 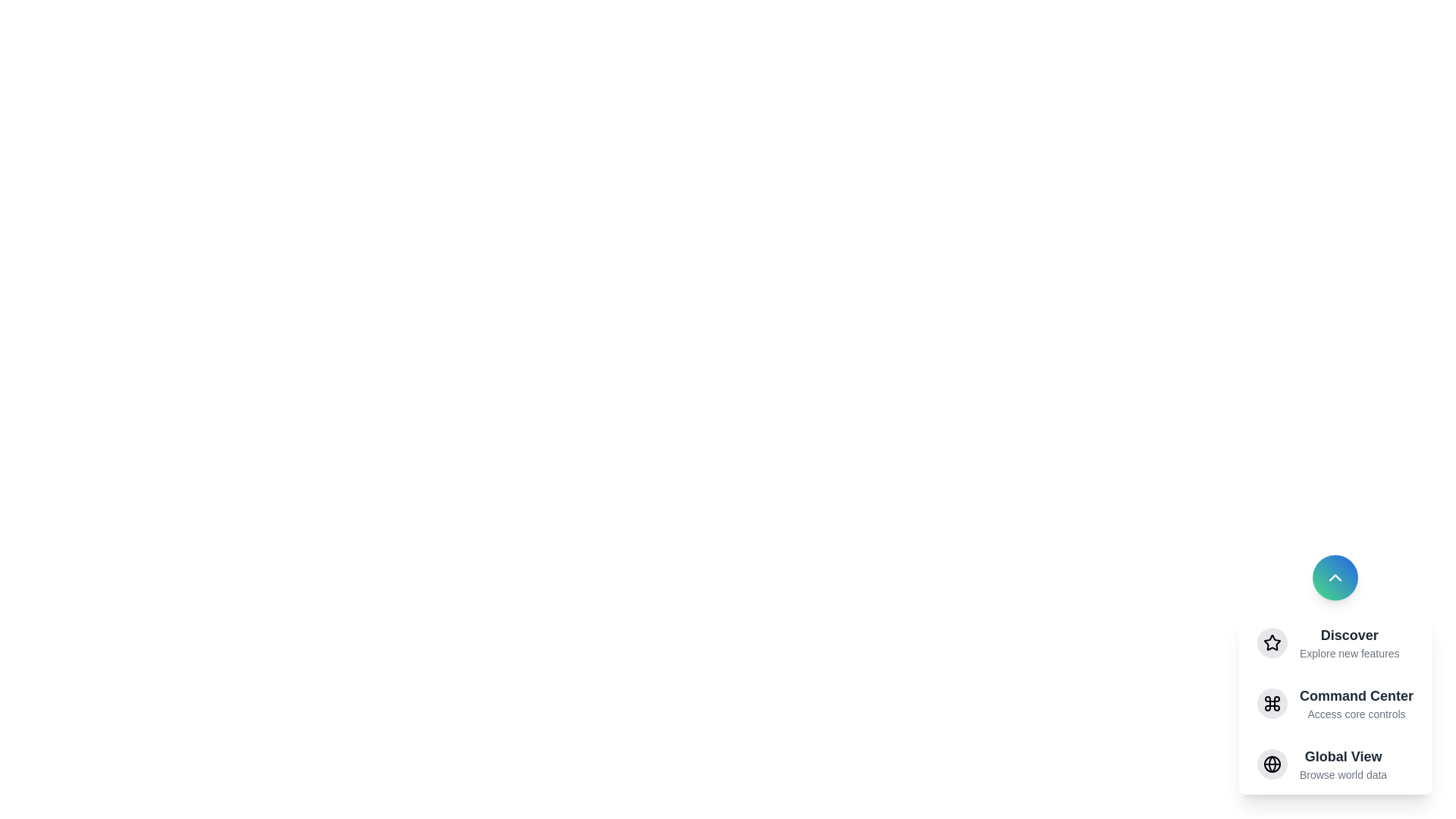 I want to click on the main button of the ExplorerSpeedDial to toggle the menu, so click(x=1335, y=578).